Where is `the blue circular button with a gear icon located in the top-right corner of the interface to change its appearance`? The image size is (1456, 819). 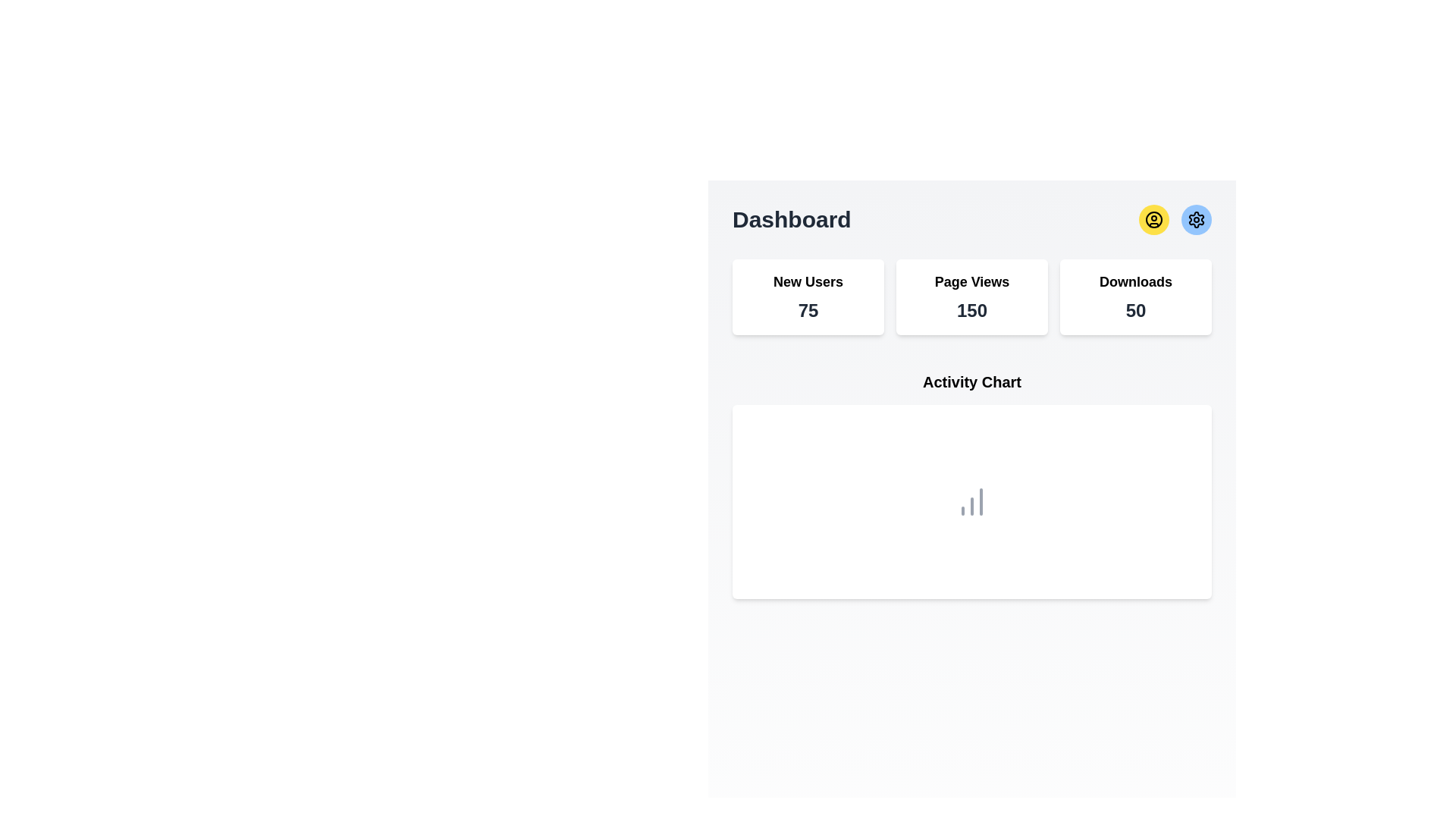 the blue circular button with a gear icon located in the top-right corner of the interface to change its appearance is located at coordinates (1196, 219).